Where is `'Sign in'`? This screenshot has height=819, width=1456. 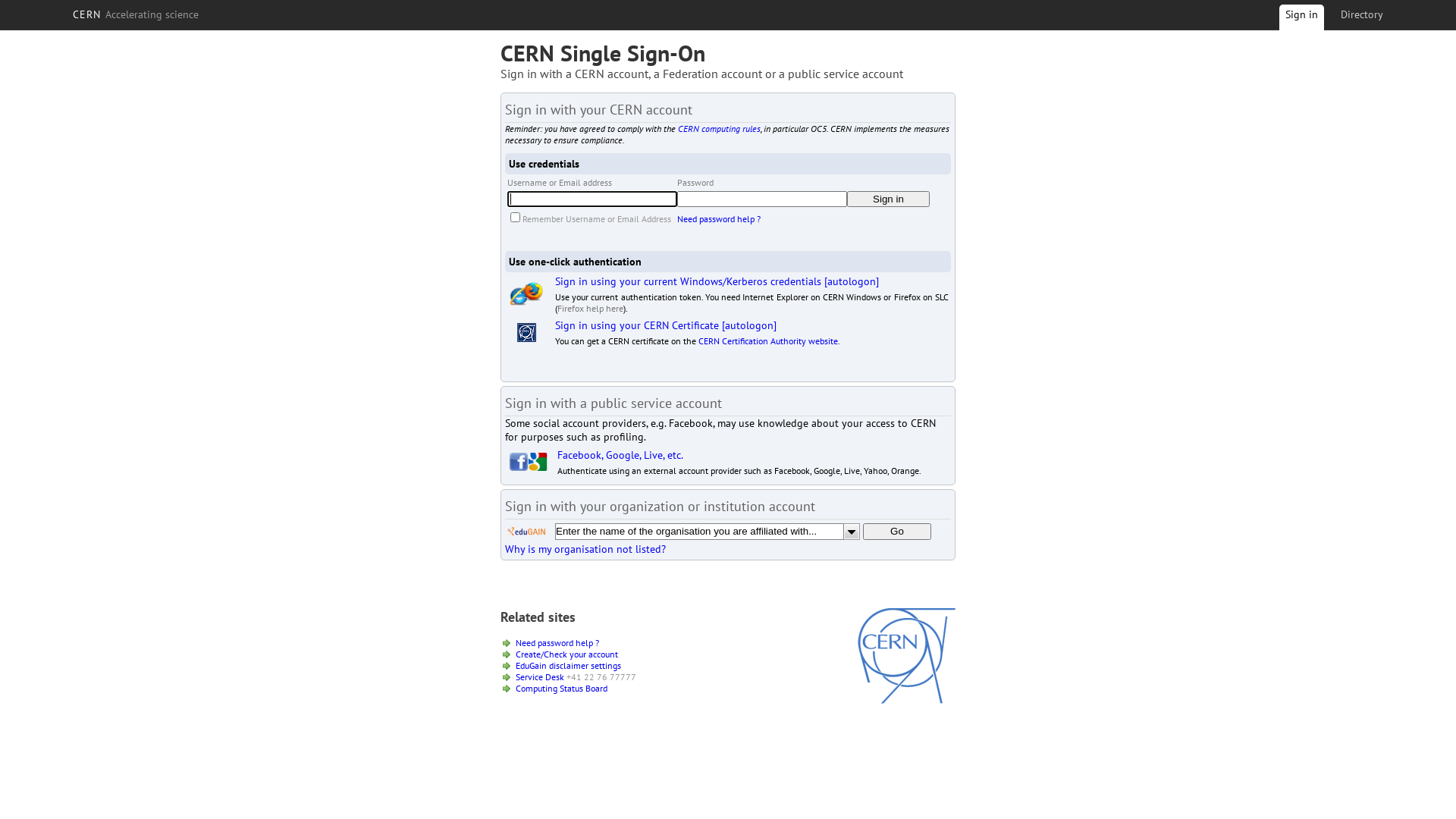
'Sign in' is located at coordinates (888, 198).